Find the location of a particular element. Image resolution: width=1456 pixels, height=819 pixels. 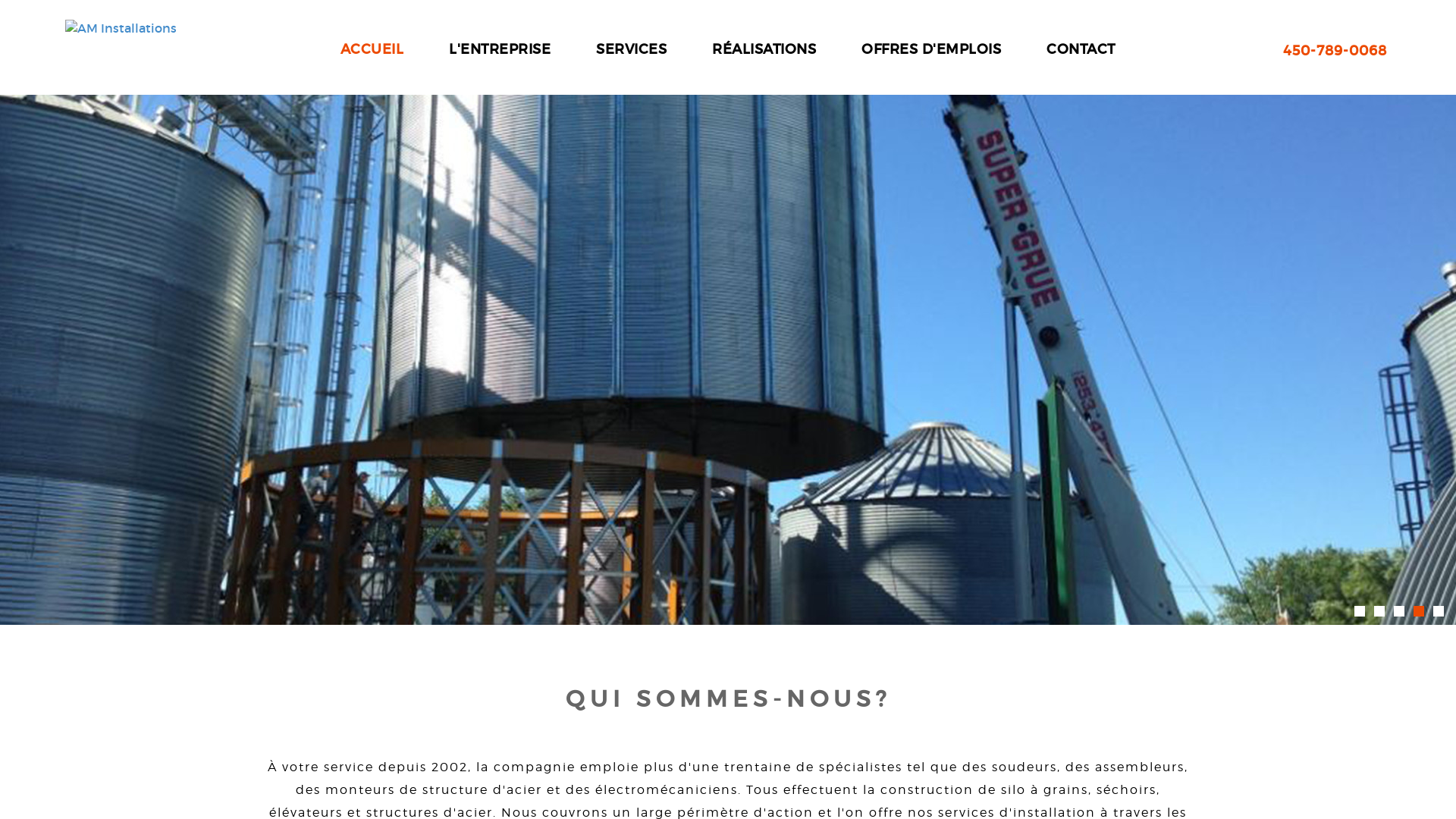

'5' is located at coordinates (1437, 610).